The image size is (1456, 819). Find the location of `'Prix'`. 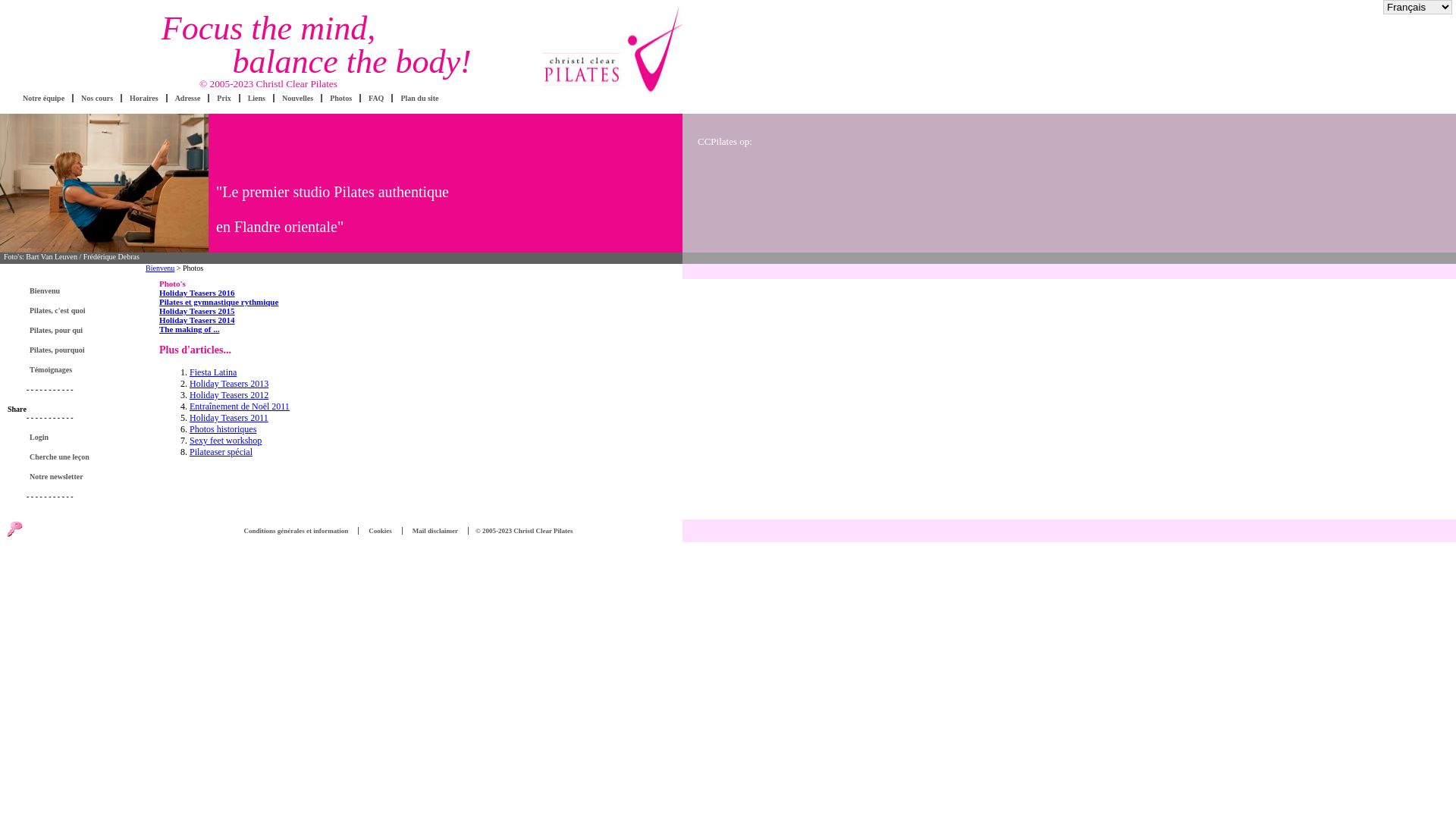

'Prix' is located at coordinates (222, 98).